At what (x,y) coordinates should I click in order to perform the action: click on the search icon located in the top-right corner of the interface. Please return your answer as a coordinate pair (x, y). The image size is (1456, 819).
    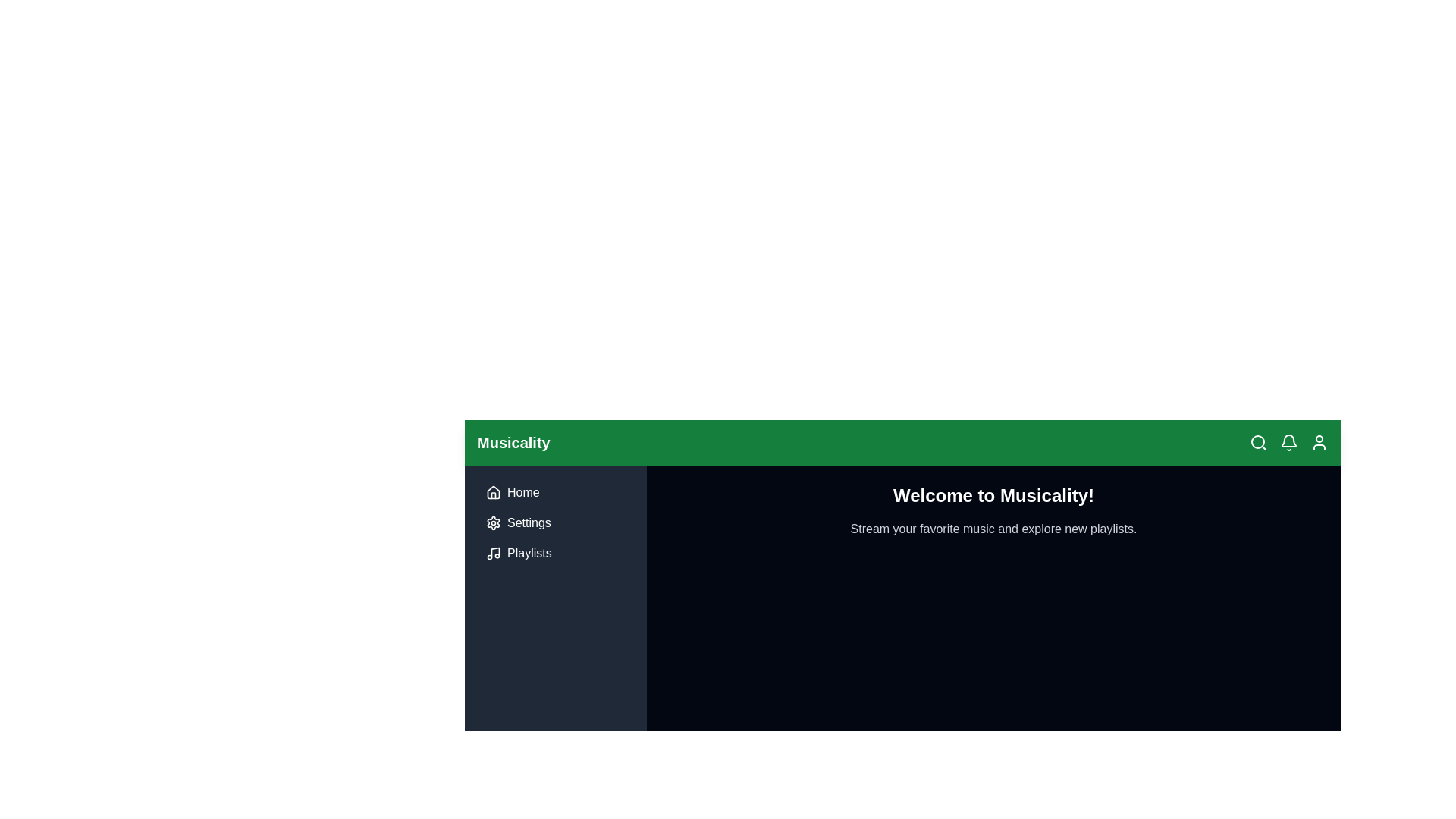
    Looking at the image, I should click on (1259, 442).